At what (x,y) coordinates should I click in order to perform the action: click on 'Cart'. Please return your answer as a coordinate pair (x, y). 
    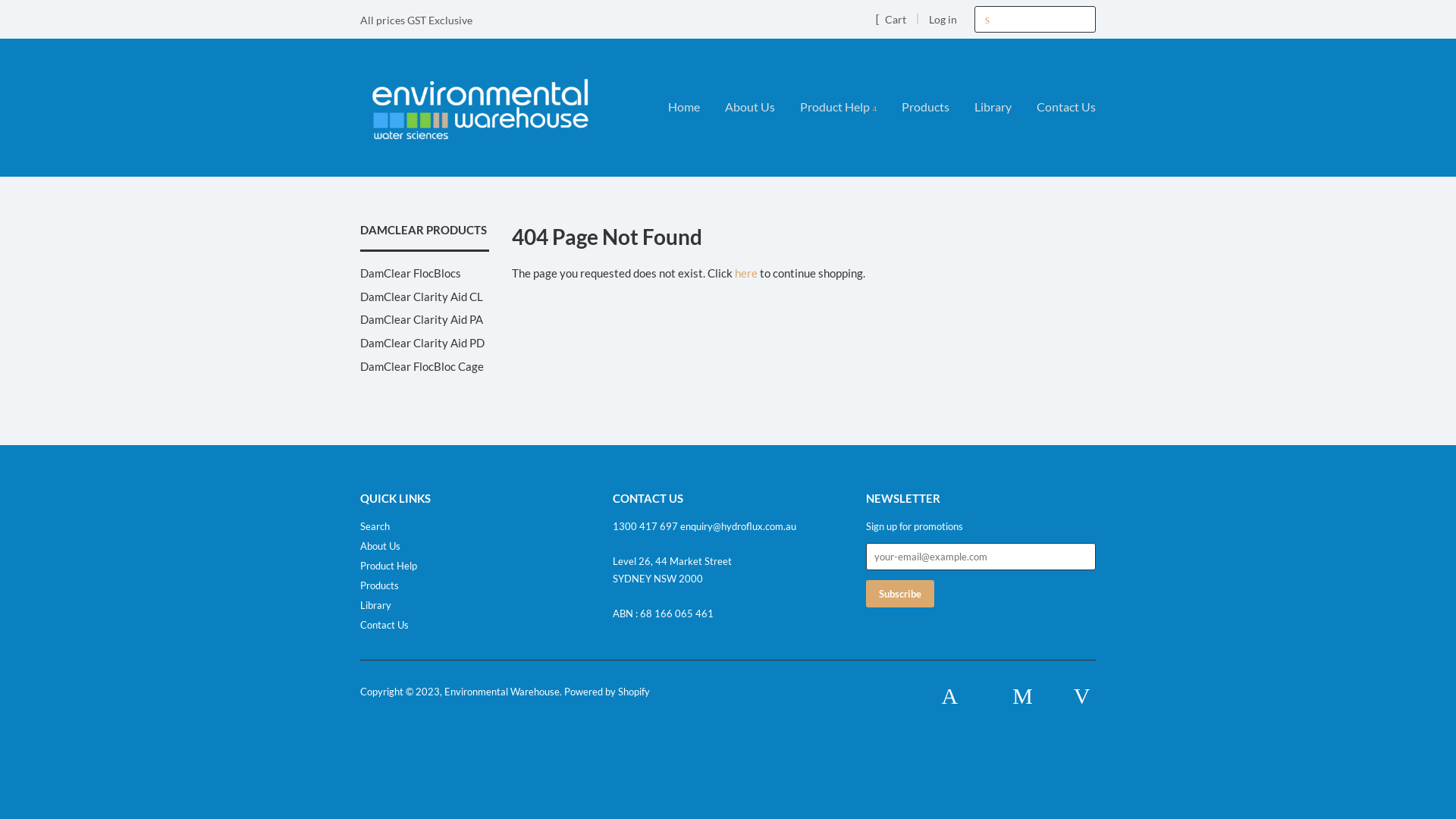
    Looking at the image, I should click on (874, 18).